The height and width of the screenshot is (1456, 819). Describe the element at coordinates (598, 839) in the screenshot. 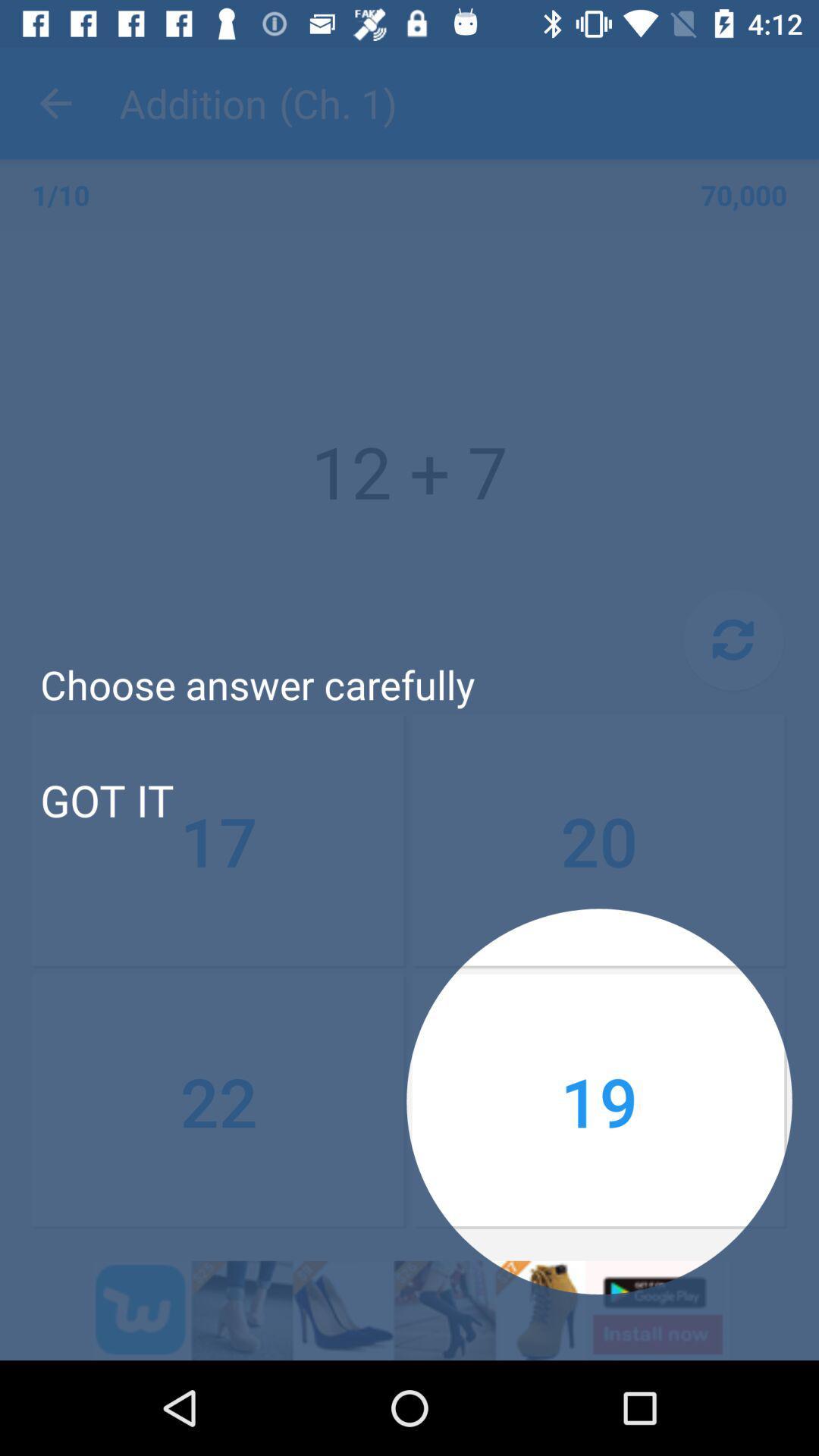

I see `the number which is above 19` at that location.